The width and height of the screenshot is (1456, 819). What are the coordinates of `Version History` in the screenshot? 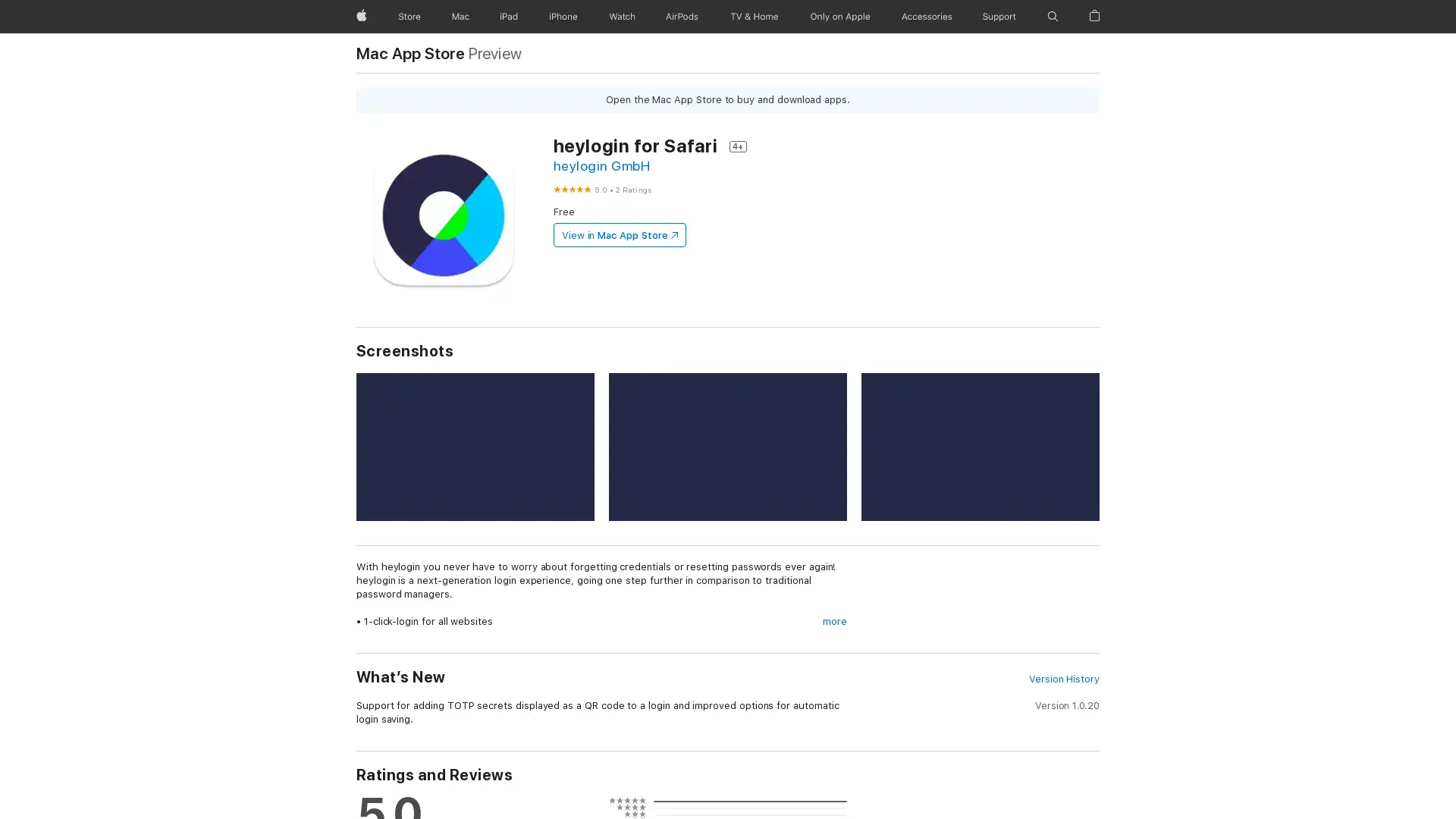 It's located at (1062, 678).